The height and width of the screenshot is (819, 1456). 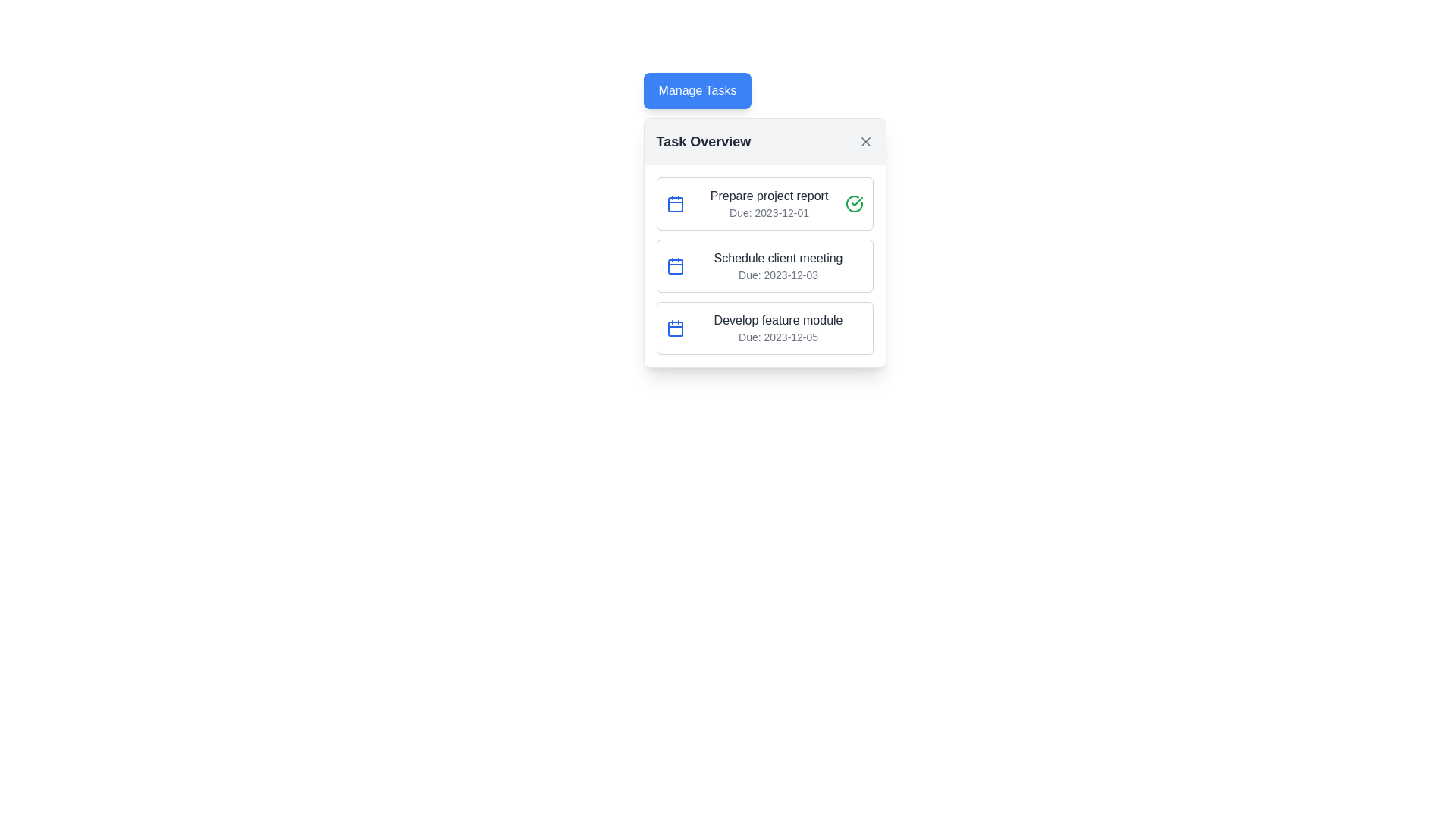 I want to click on the calendar icon with a blue outline and white background, located to the left of the text 'Schedule client meeting Due: 2023-12-03' in the 'Task Overview' section, so click(x=674, y=265).